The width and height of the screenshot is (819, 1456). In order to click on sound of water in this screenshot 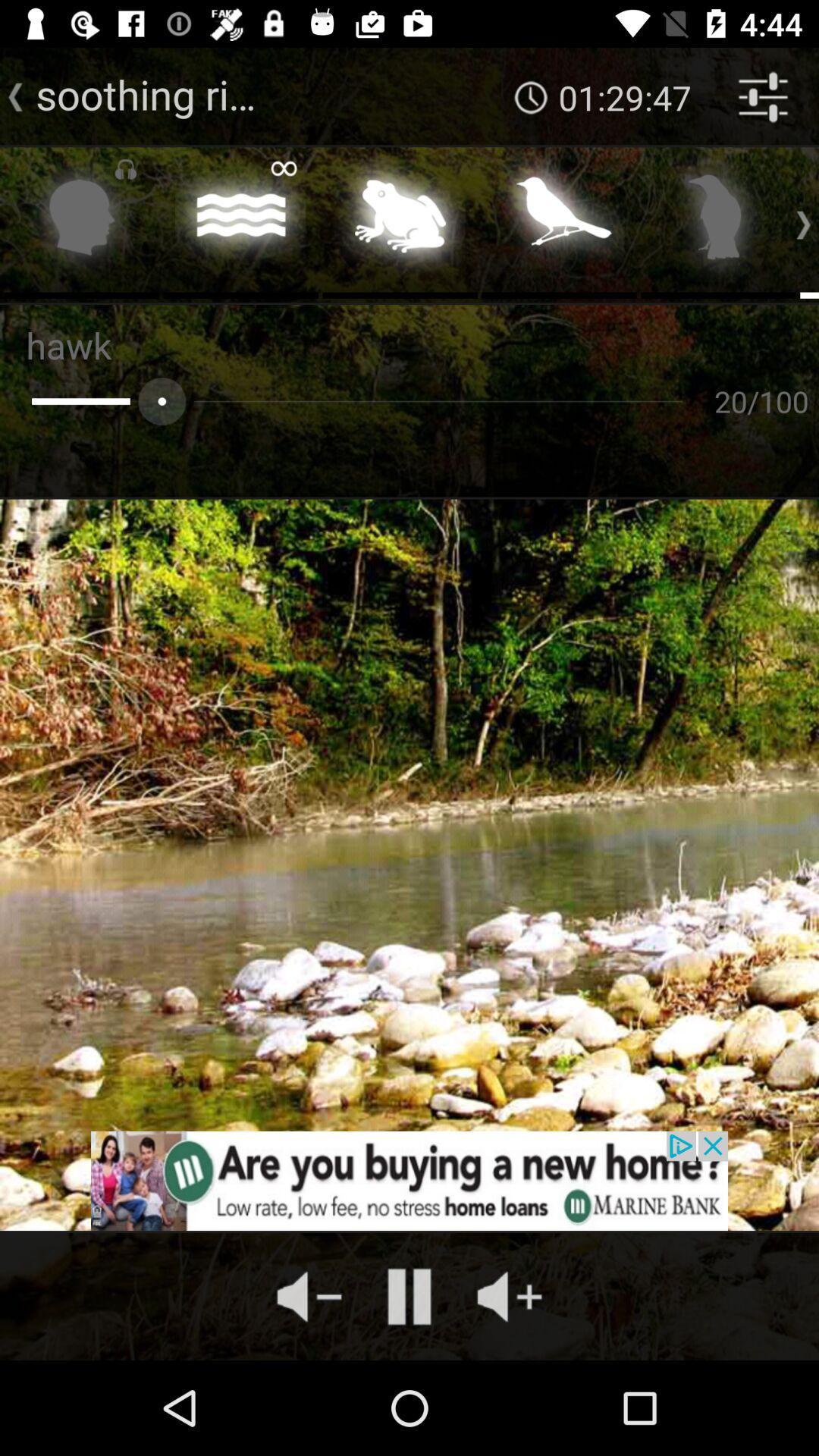, I will do `click(240, 221)`.